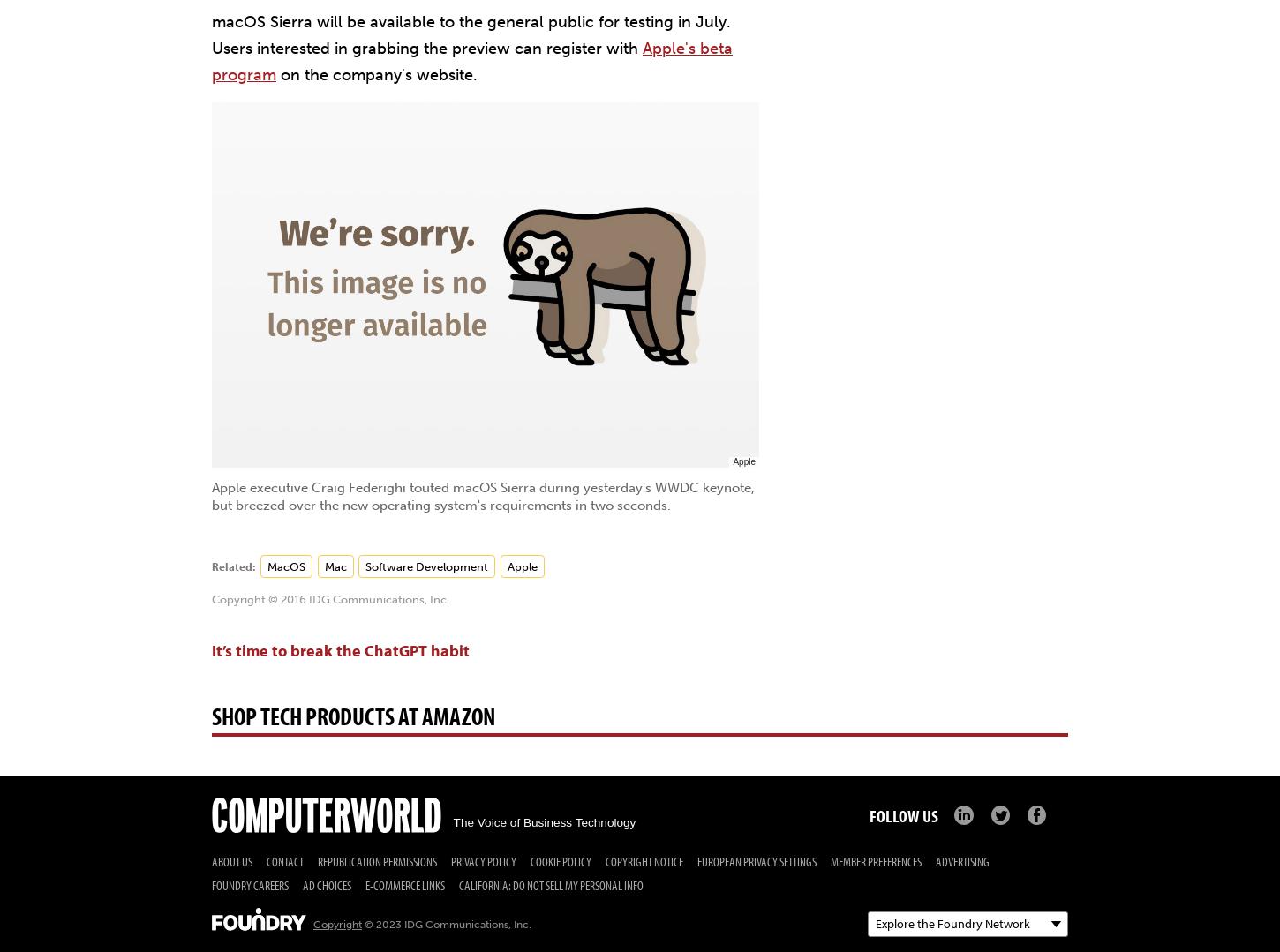 The width and height of the screenshot is (1280, 952). I want to click on 'Shop Tech Products at Amazon', so click(352, 715).